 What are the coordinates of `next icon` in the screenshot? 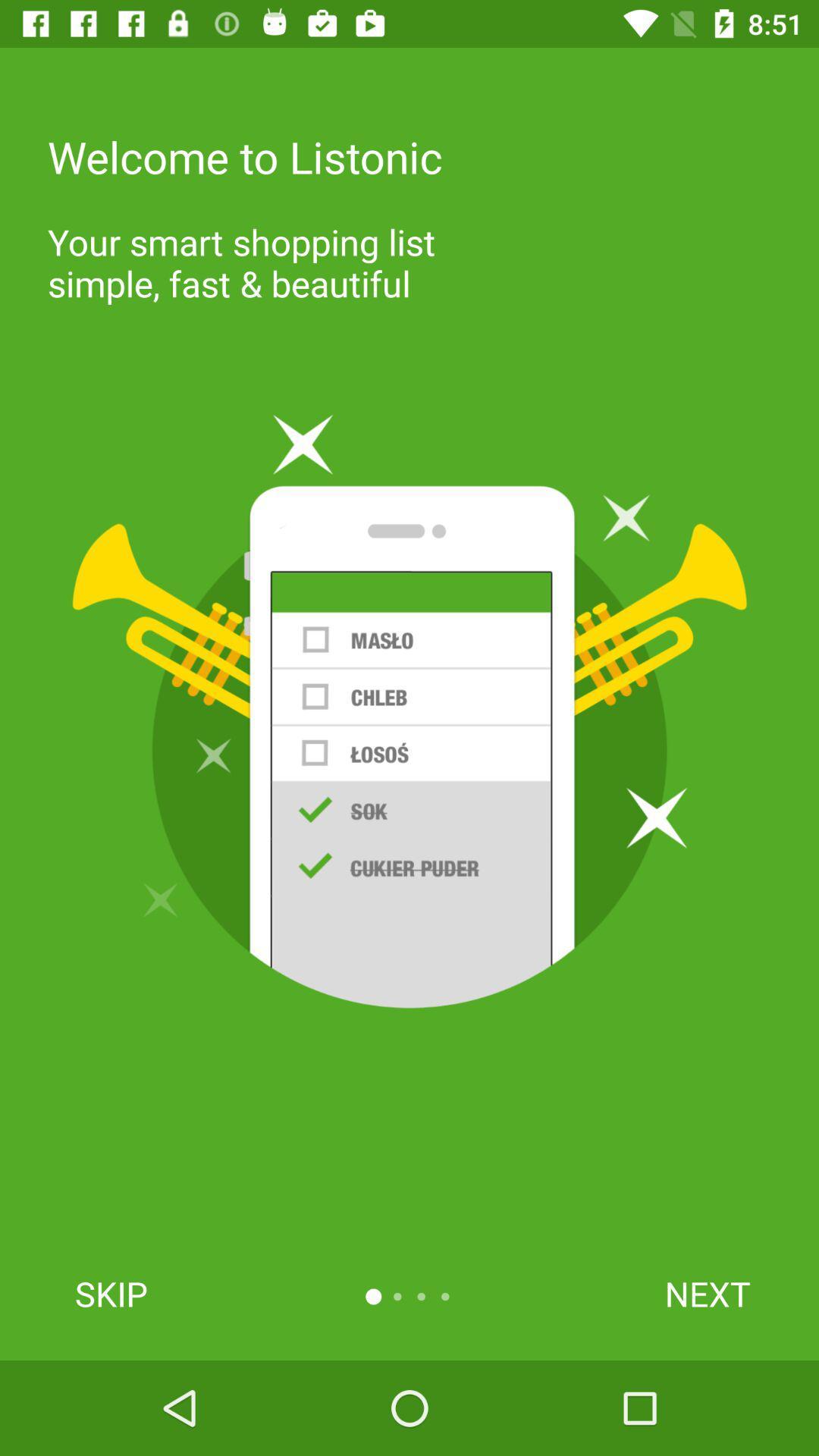 It's located at (708, 1293).